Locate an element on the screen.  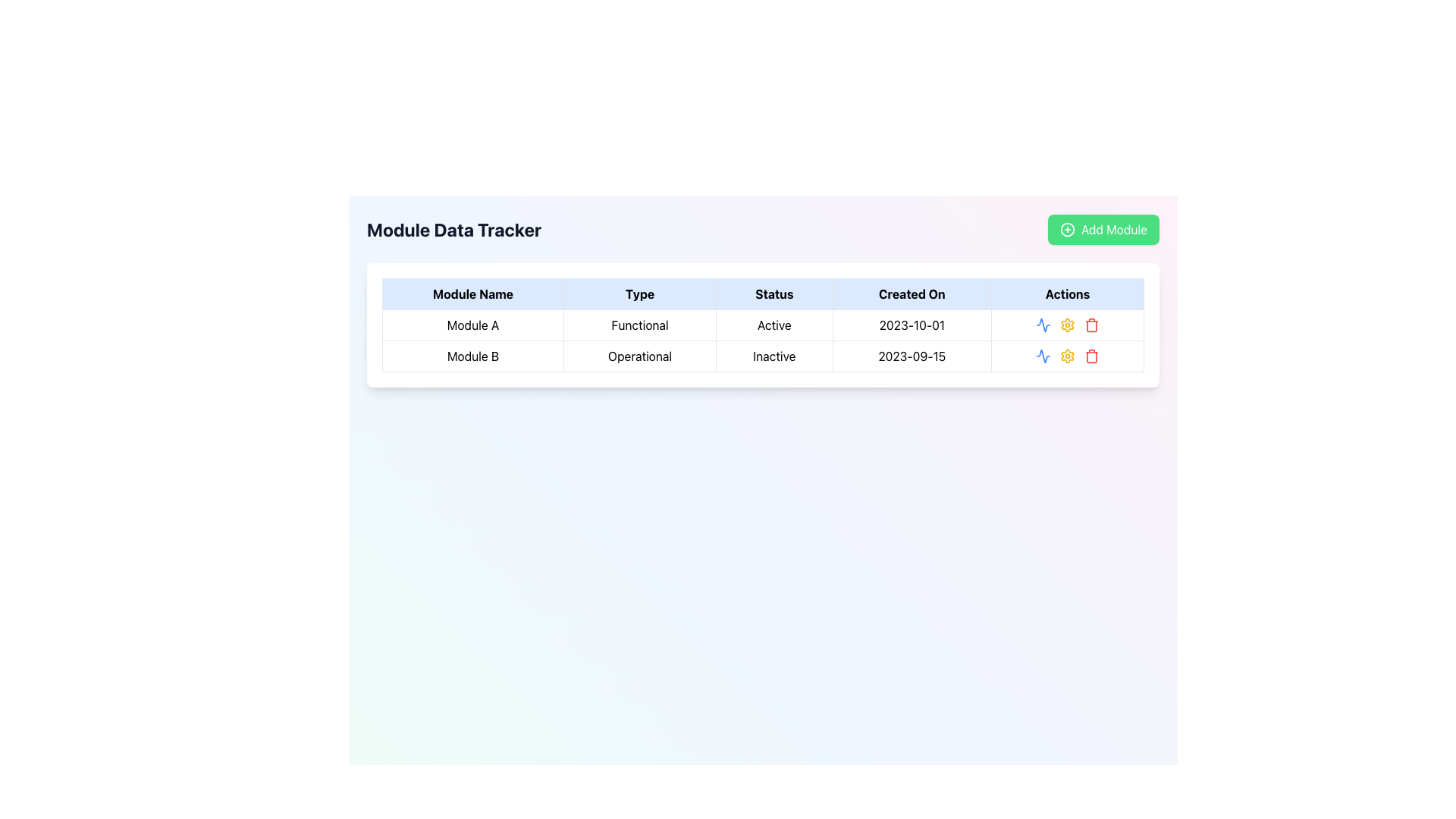
the static text displaying the date '2023-10-01' located in the fourth column of the first row under the header 'Created On' in a structured data table is located at coordinates (911, 324).